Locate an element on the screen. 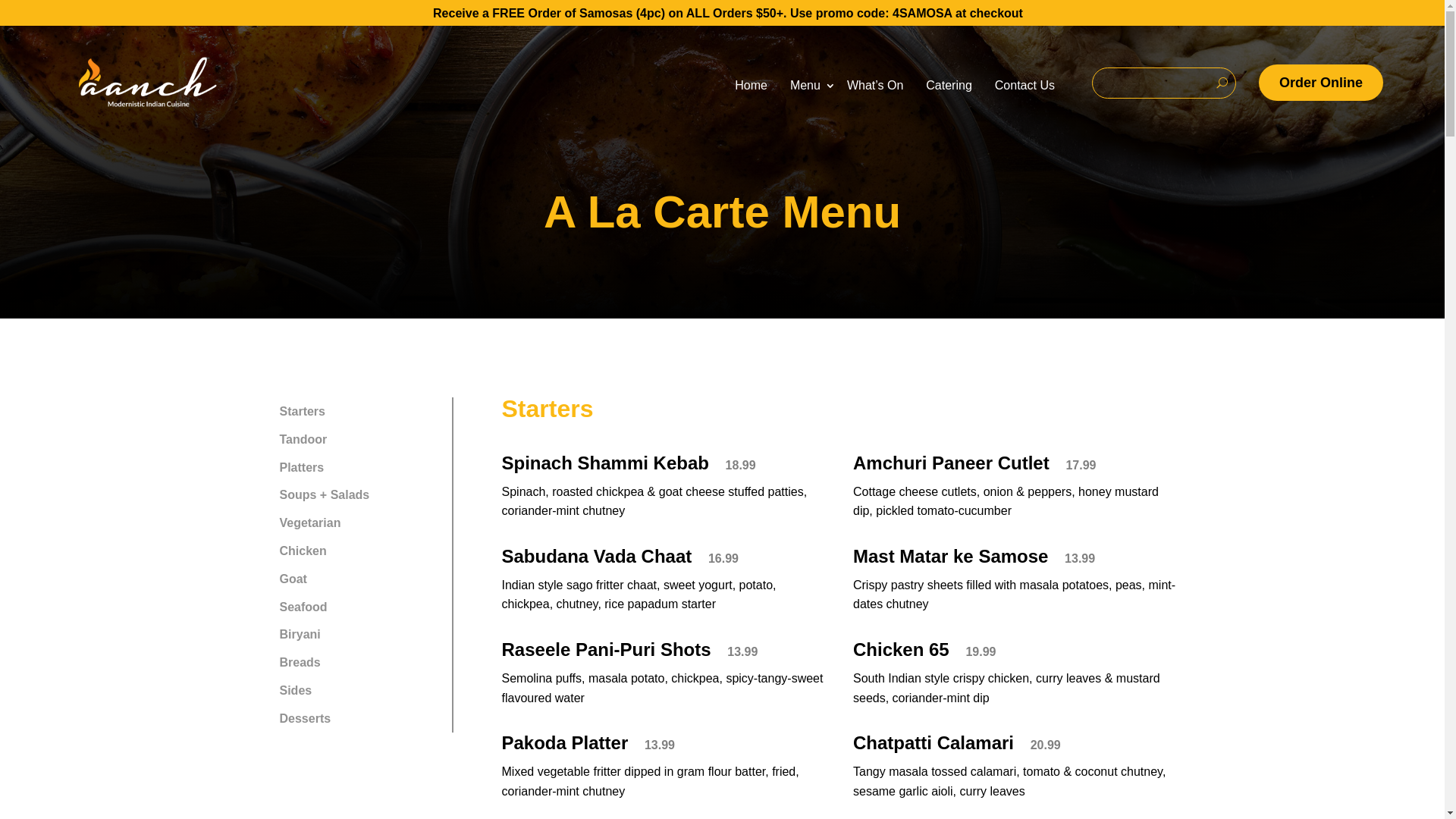 This screenshot has width=1456, height=819. 'Tandoor' is located at coordinates (266, 439).